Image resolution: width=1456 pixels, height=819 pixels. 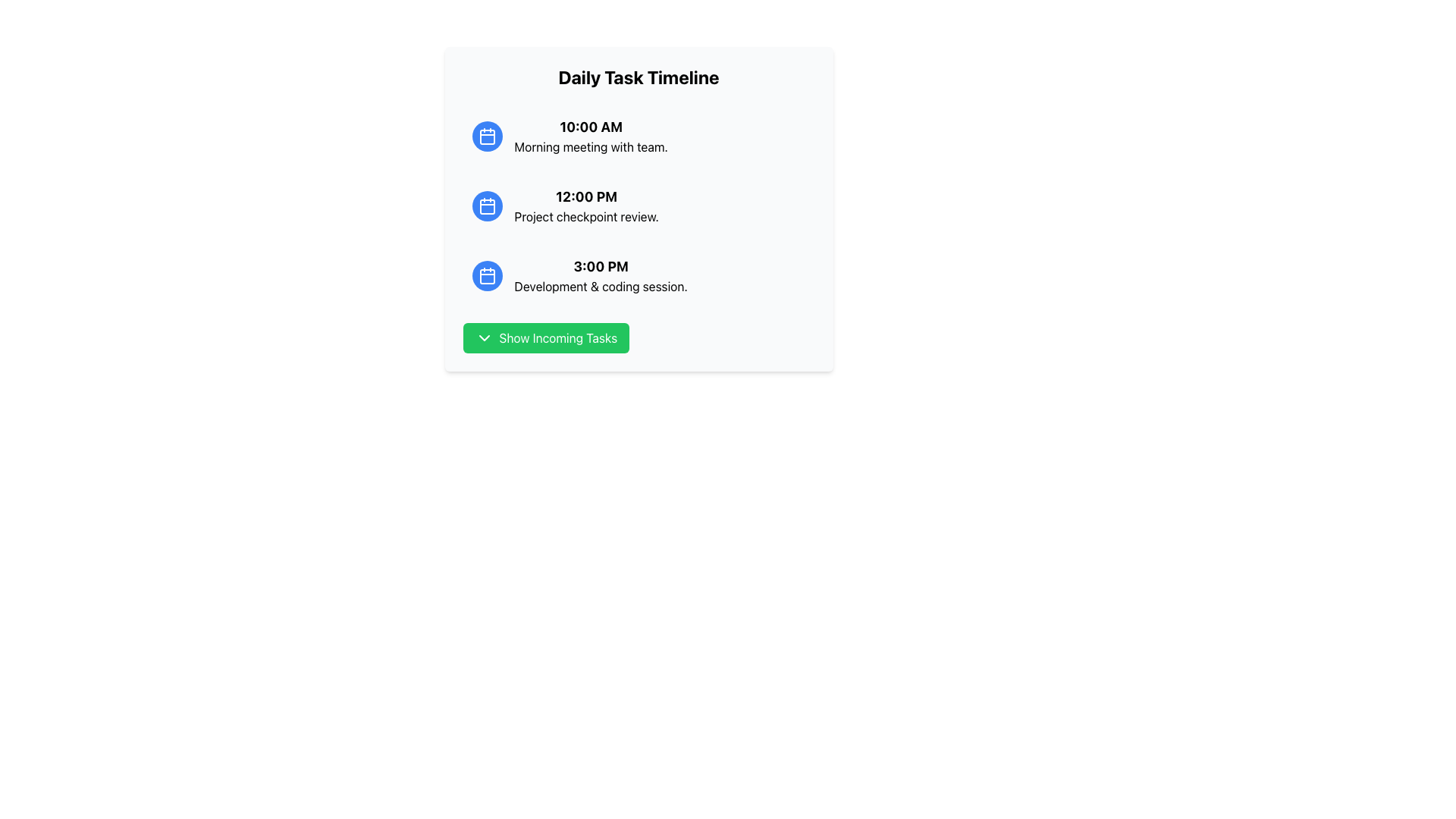 I want to click on the first list item in the 'Daily Task Timeline' which features a blue calendar icon on the left and text stating '10:00 AM' and 'Morning meeting with team.', so click(x=639, y=136).